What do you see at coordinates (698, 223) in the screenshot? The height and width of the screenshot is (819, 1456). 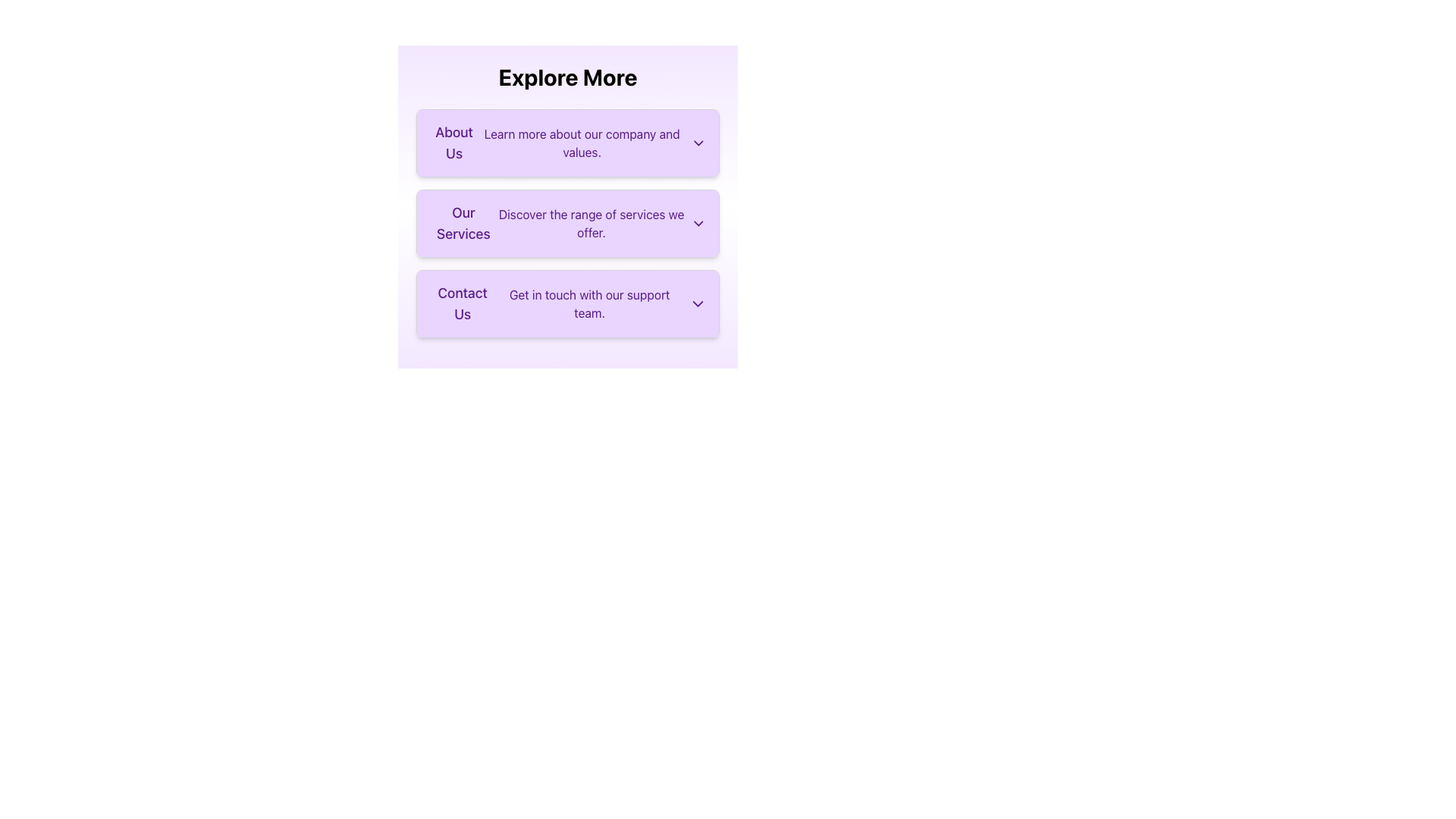 I see `the chevron icon located at the rightmost part of the 'Our Services' card` at bounding box center [698, 223].